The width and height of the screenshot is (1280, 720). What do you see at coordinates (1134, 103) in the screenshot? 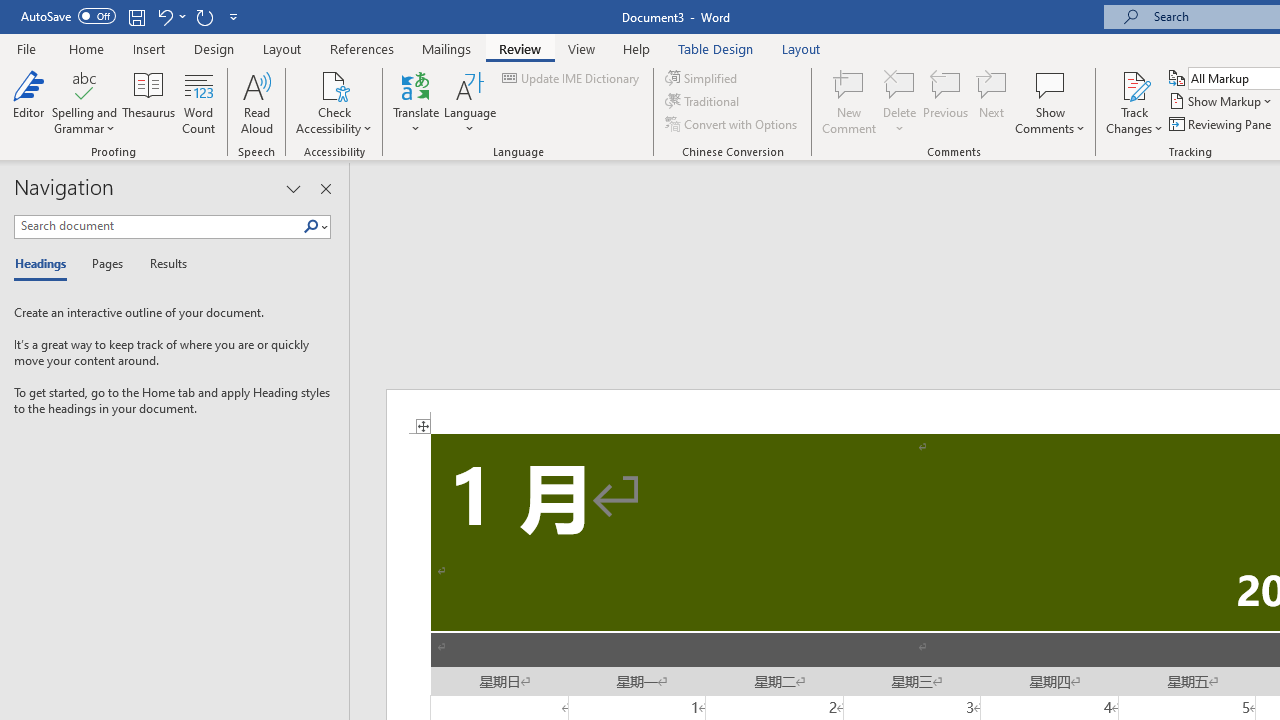
I see `'Track Changes'` at bounding box center [1134, 103].